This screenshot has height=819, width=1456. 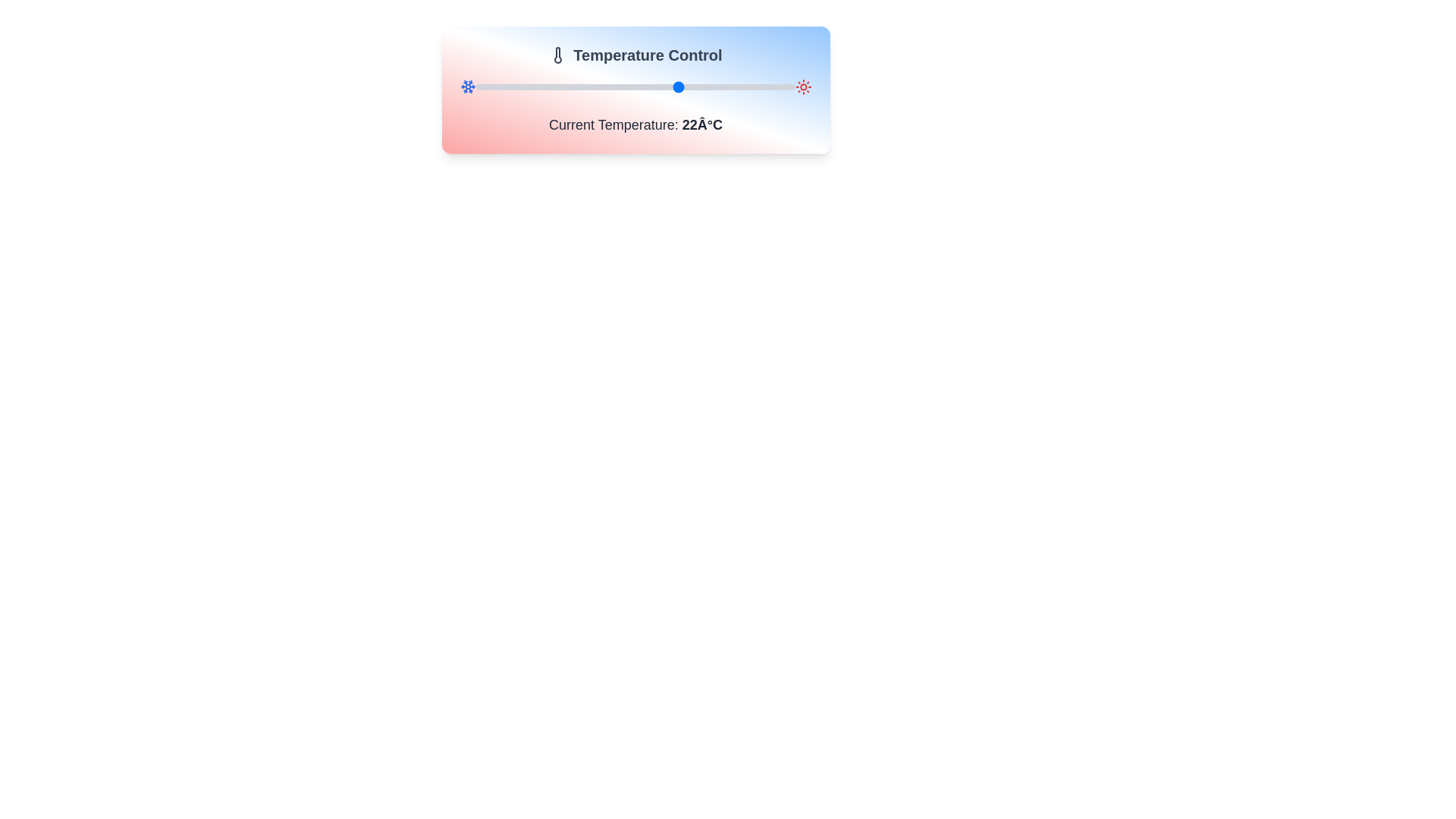 I want to click on the temperature, so click(x=661, y=87).